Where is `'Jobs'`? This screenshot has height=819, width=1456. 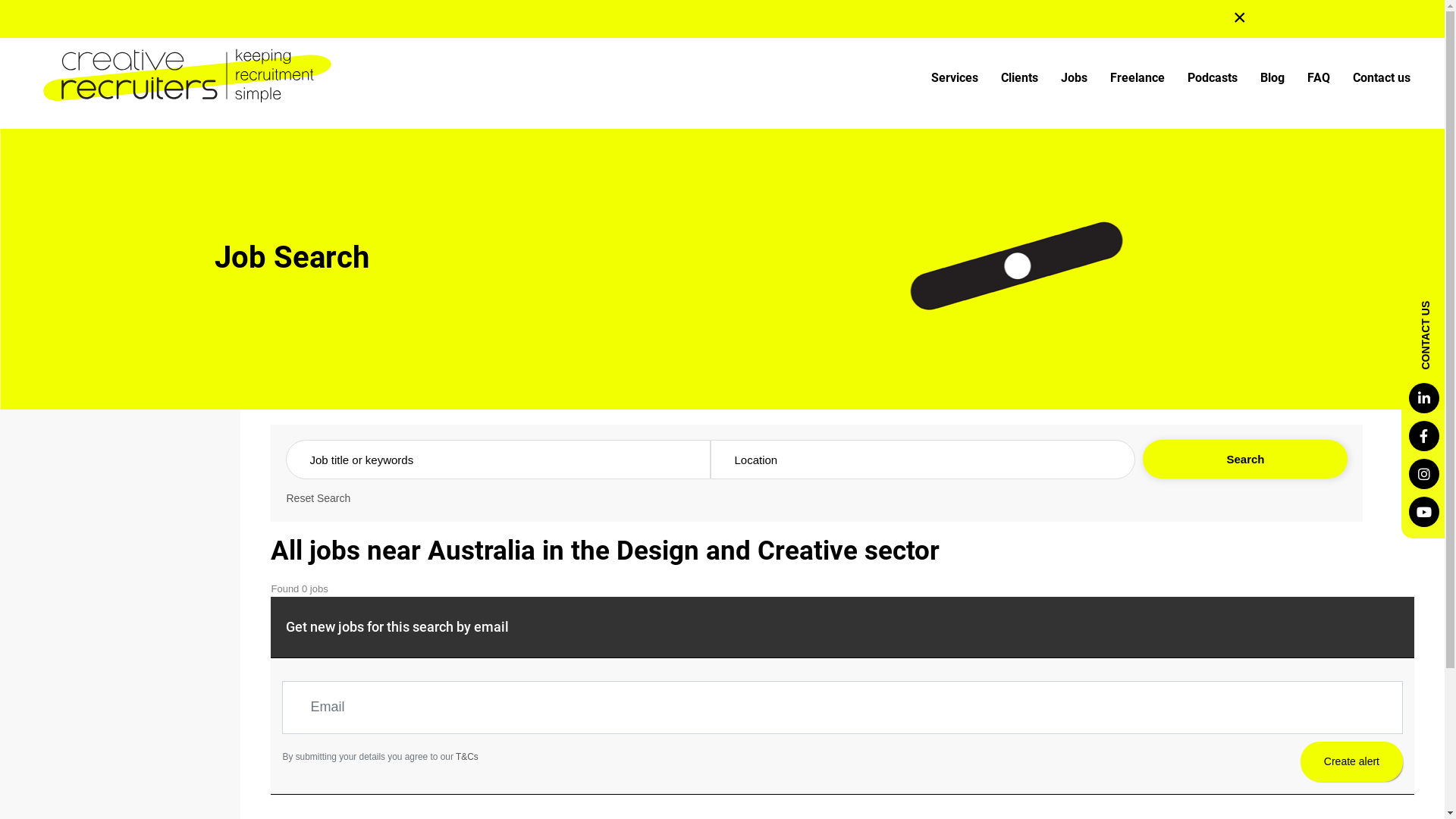 'Jobs' is located at coordinates (1073, 78).